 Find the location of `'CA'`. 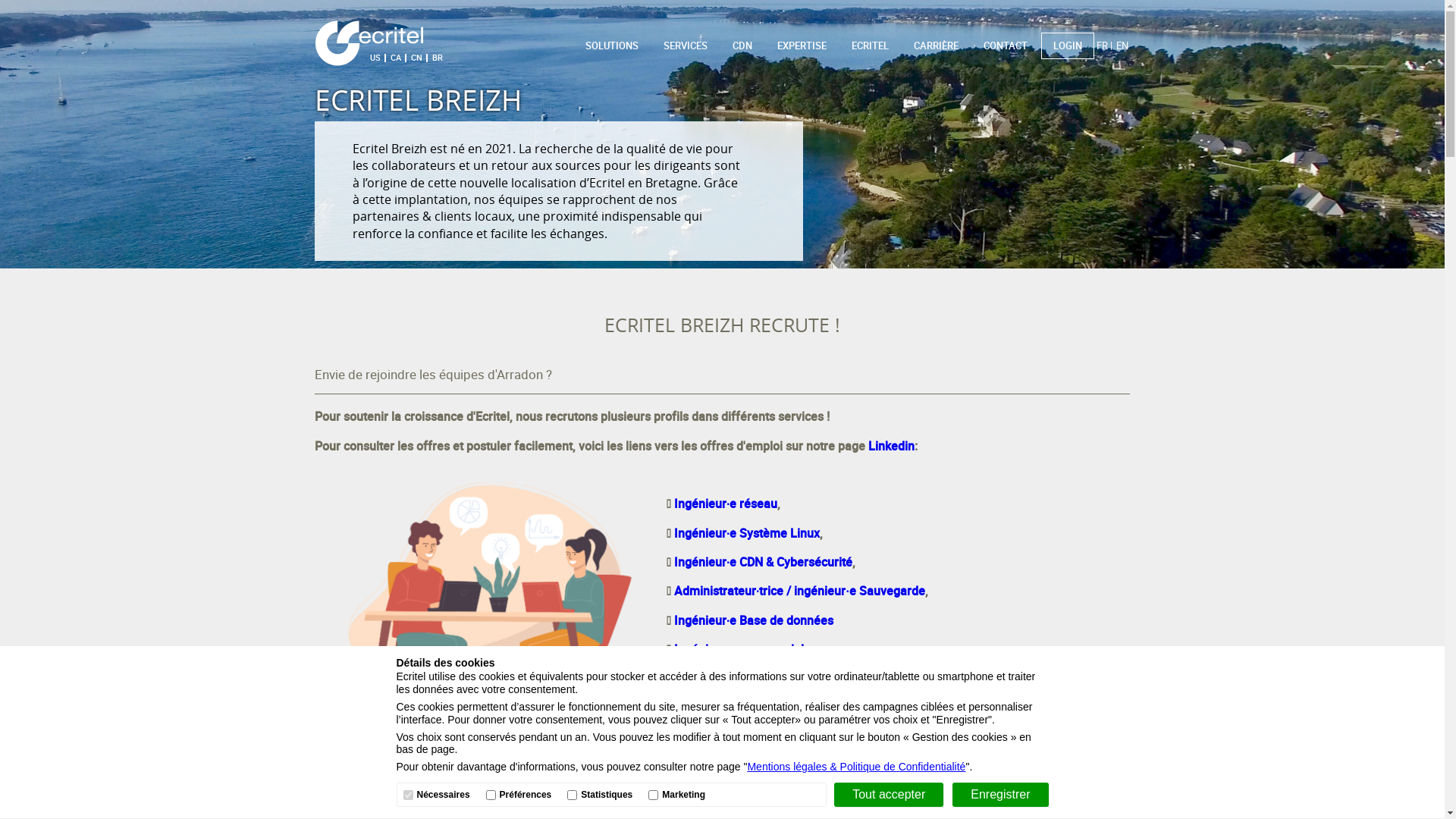

'CA' is located at coordinates (396, 57).